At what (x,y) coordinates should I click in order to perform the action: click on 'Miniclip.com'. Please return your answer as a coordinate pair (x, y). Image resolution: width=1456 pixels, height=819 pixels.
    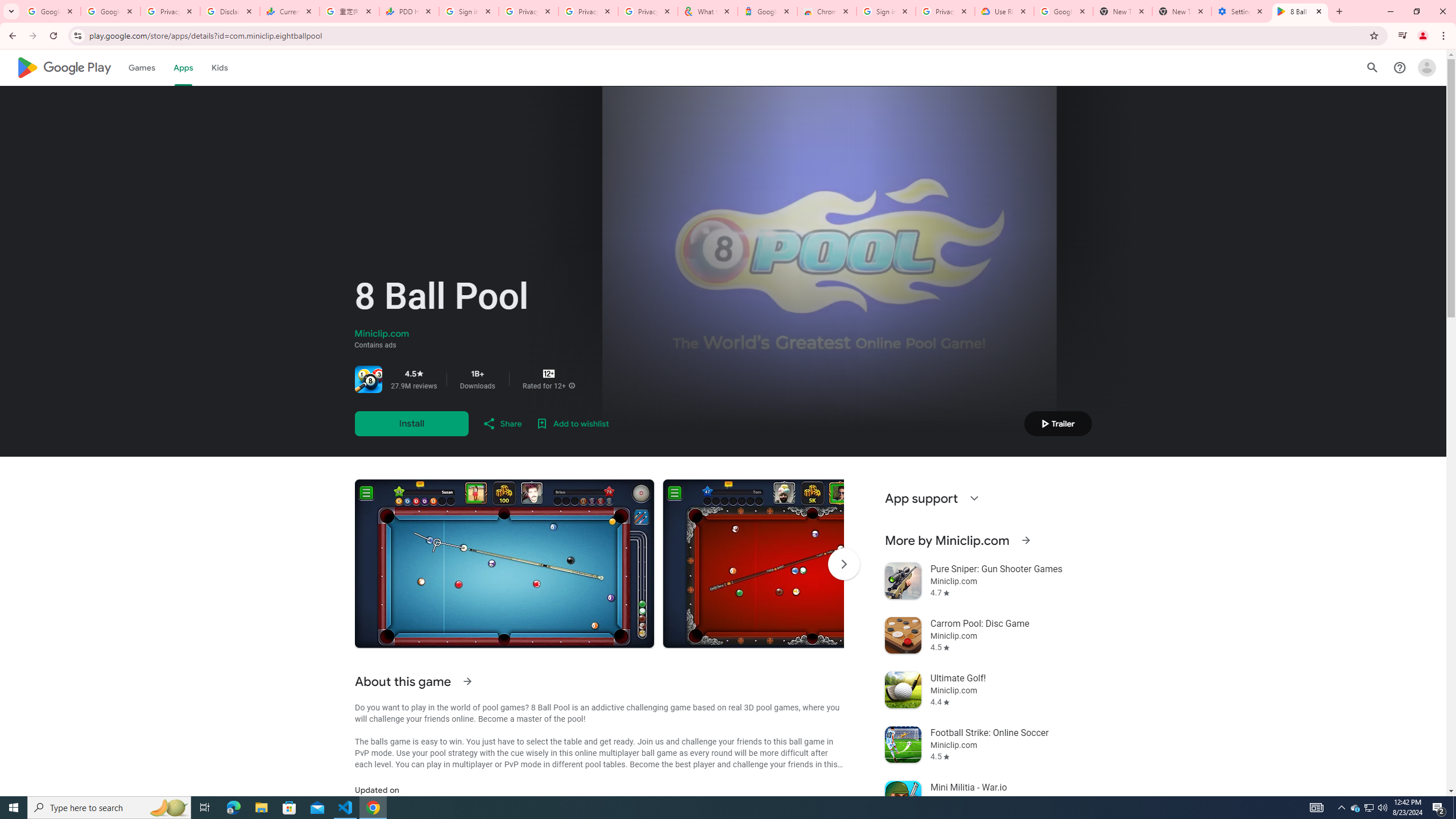
    Looking at the image, I should click on (380, 333).